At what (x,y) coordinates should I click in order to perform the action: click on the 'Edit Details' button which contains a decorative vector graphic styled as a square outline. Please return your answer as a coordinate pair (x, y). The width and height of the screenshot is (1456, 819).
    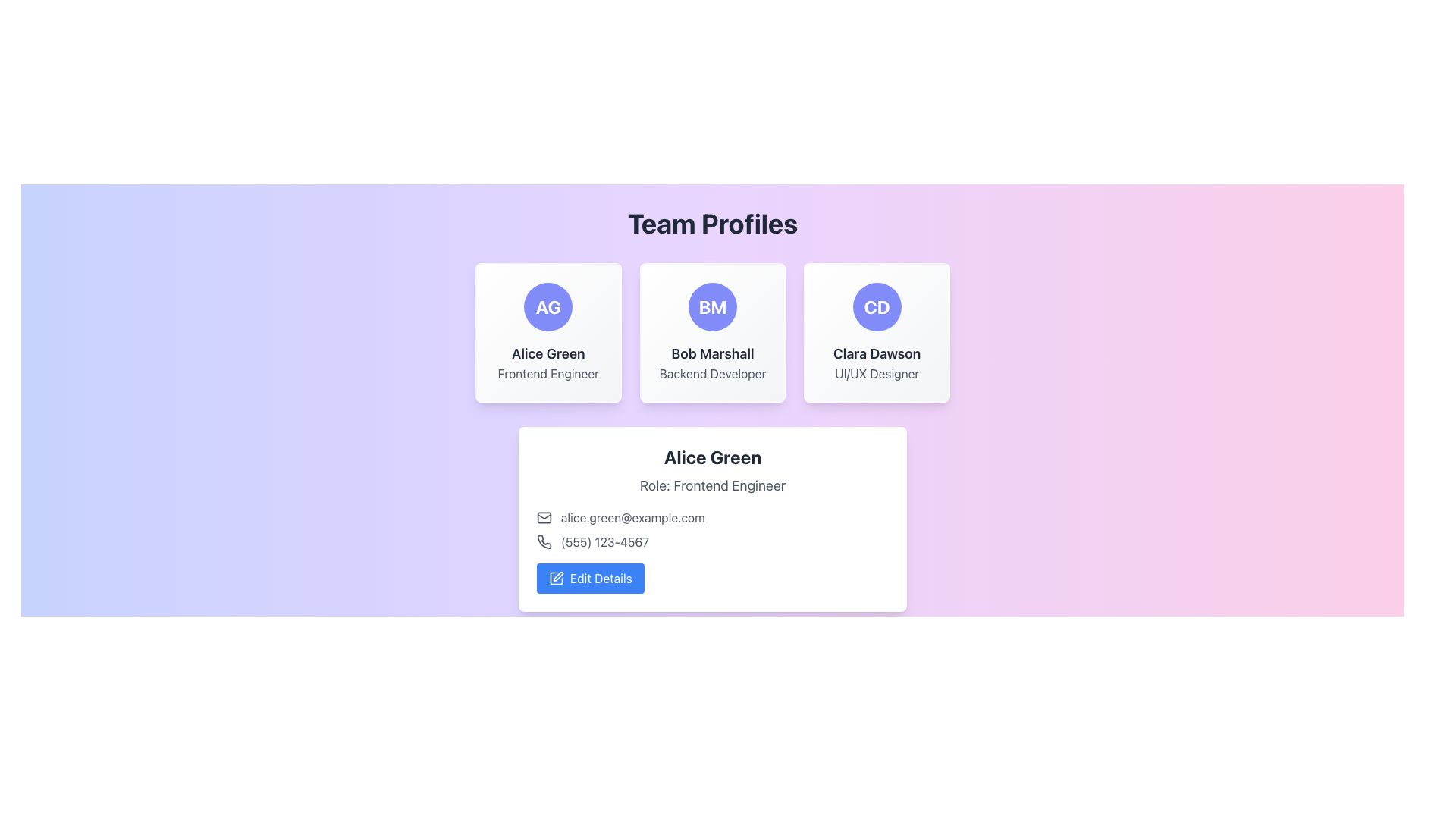
    Looking at the image, I should click on (556, 579).